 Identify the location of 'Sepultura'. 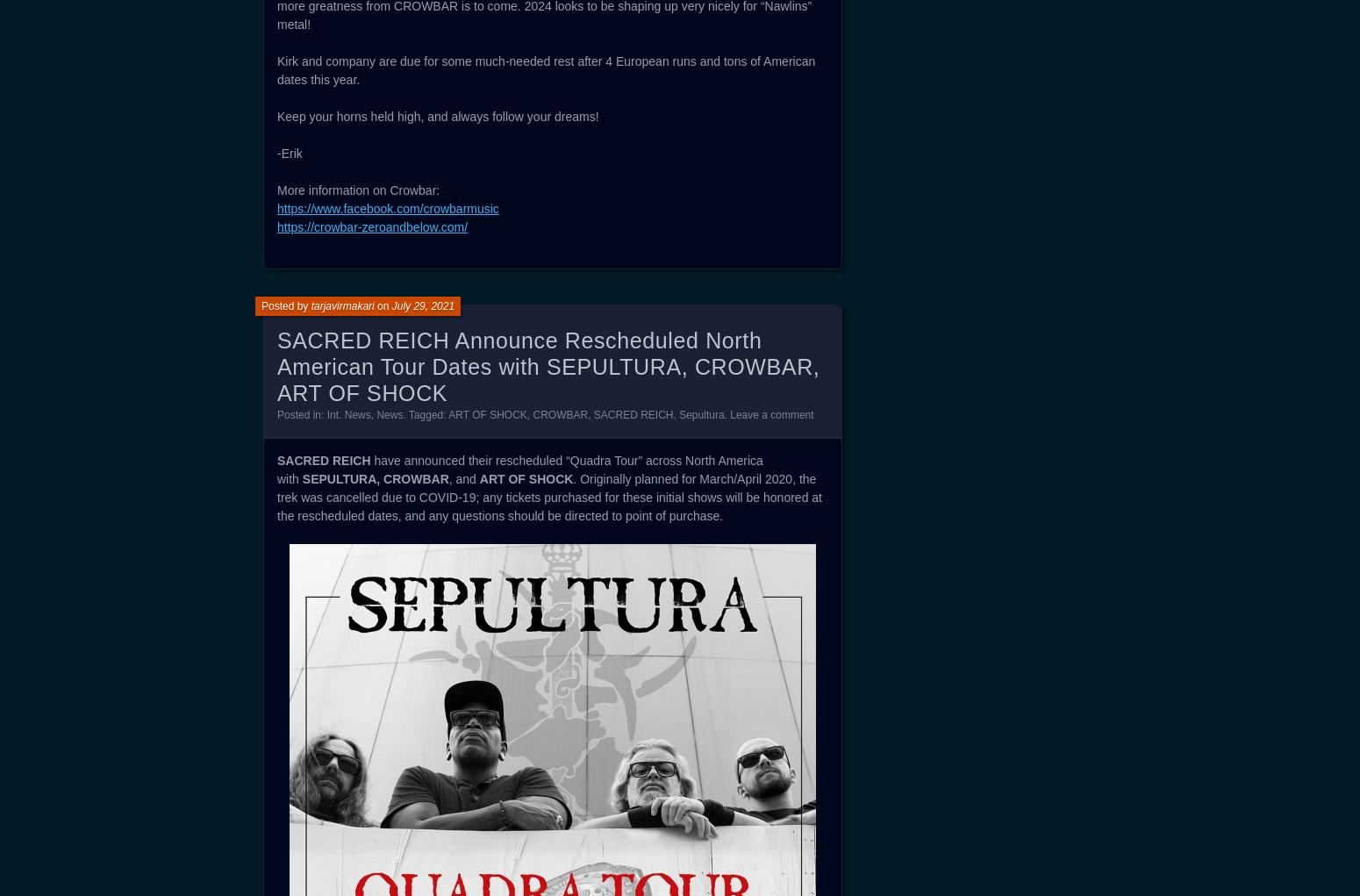
(700, 414).